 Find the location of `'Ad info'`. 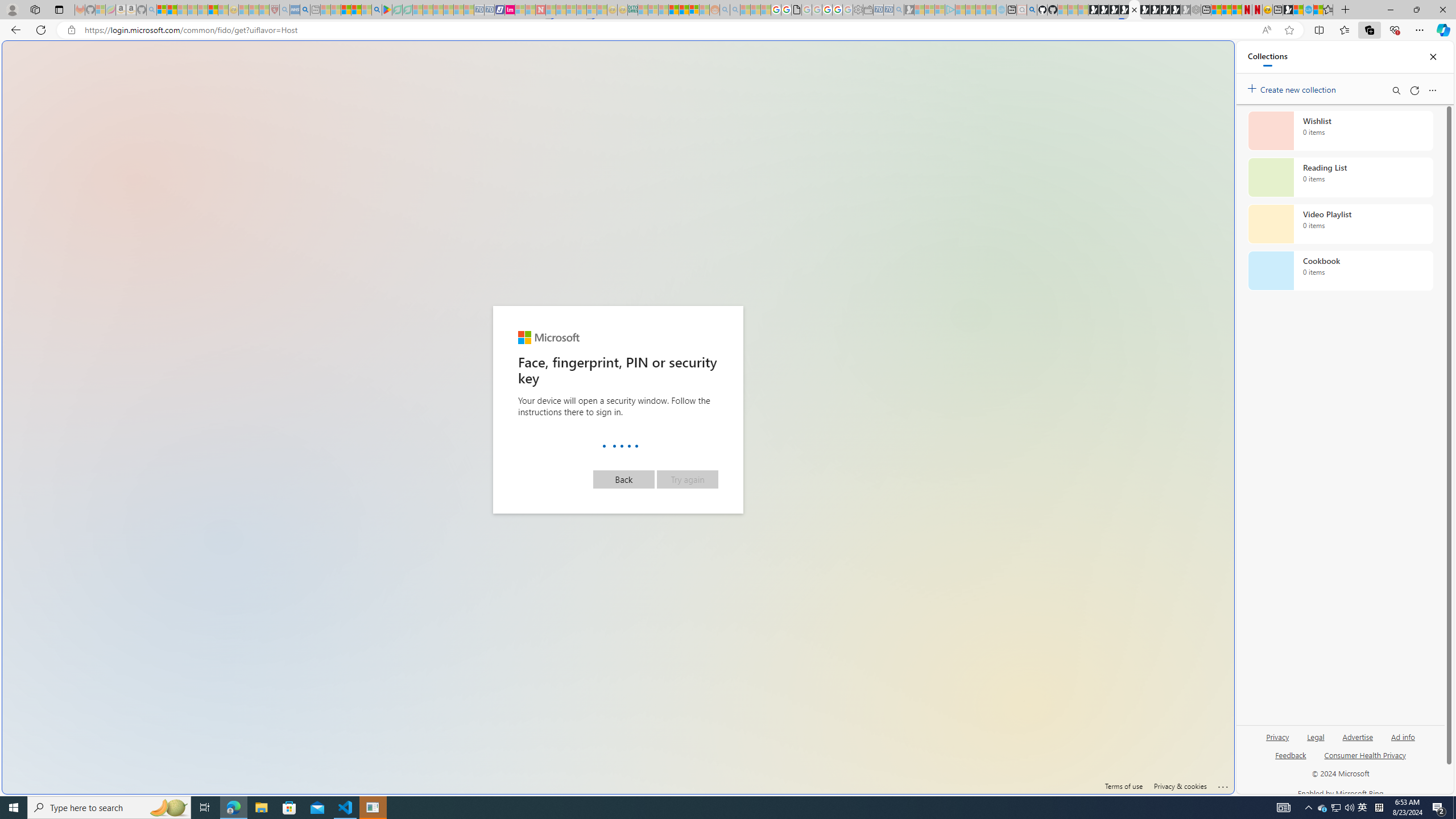

'Ad info' is located at coordinates (1403, 741).